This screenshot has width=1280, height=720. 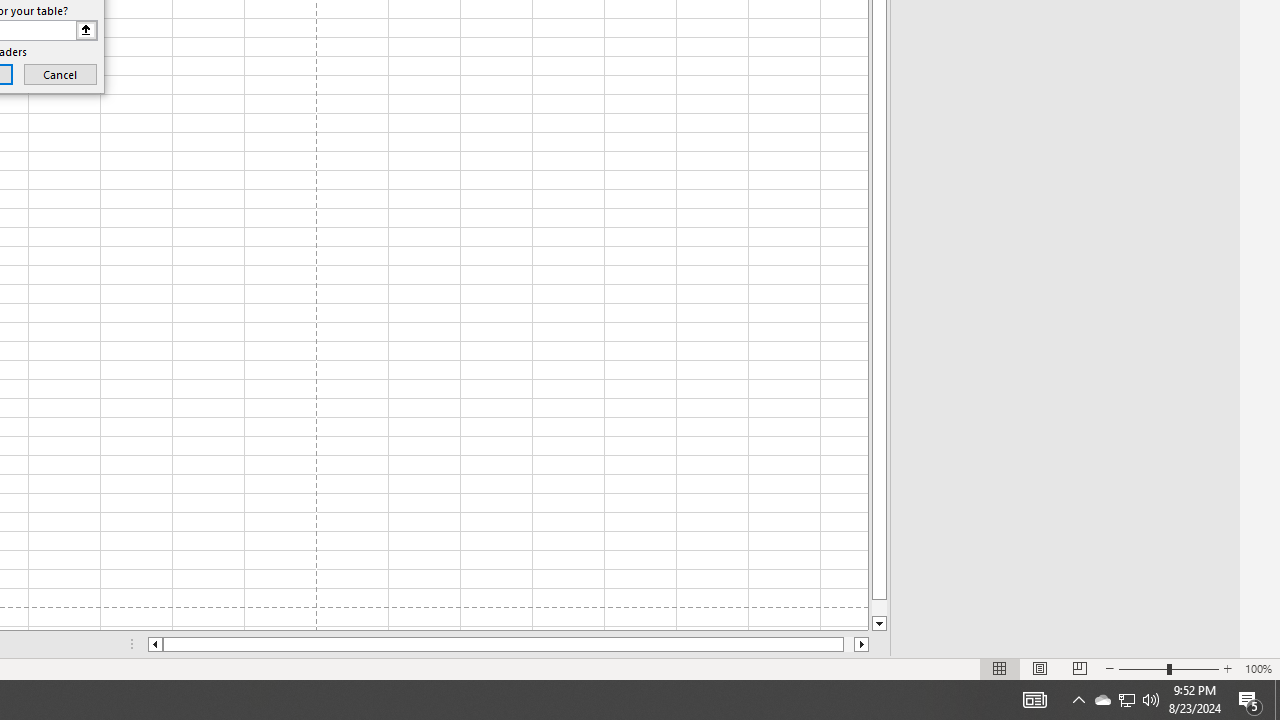 I want to click on 'Column right', so click(x=862, y=644).